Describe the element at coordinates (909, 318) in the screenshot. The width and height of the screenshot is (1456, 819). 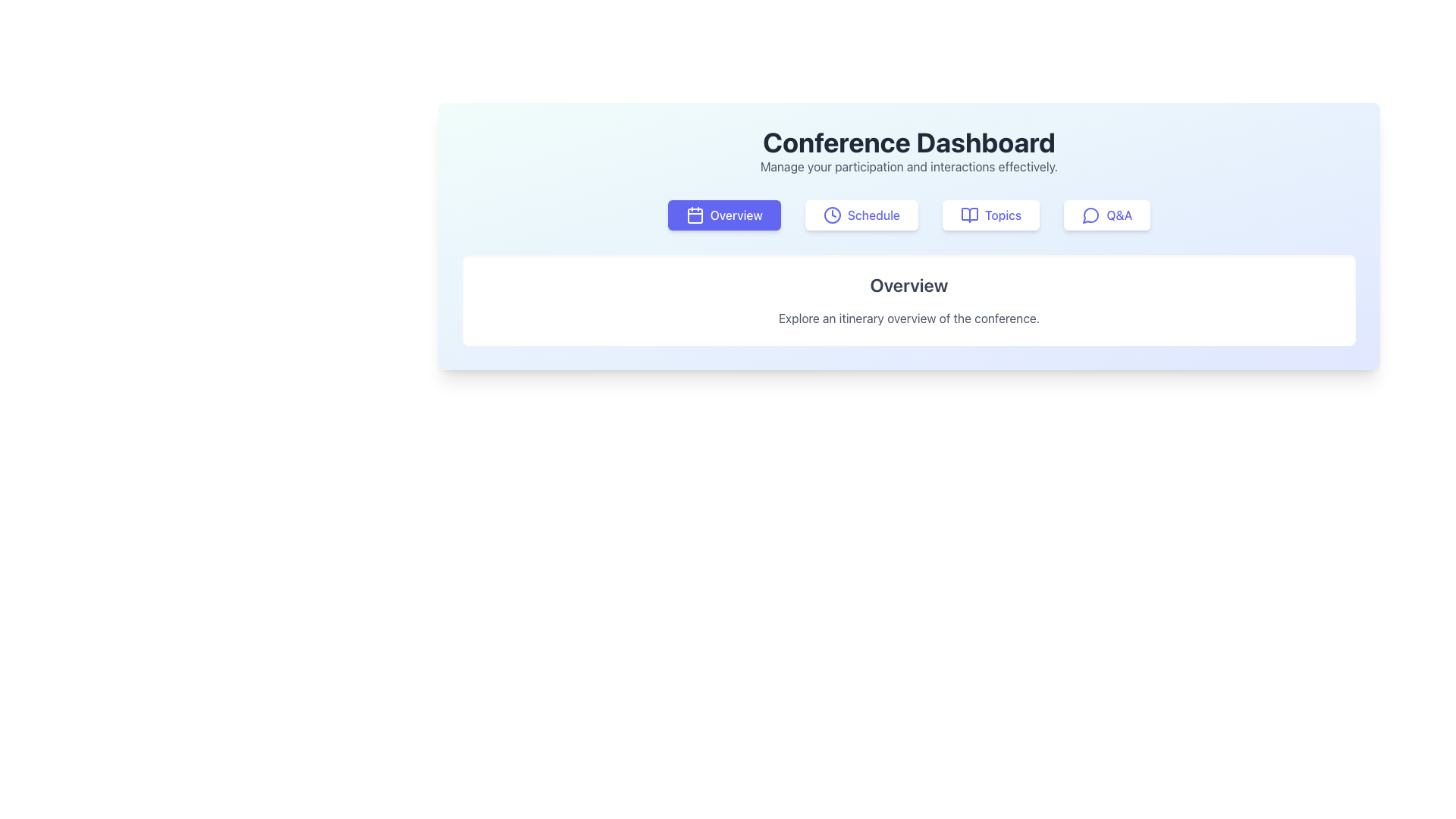
I see `the Text Label displaying 'Explore an itinerary overview of the conference.' which is styled in gray font and positioned below the title 'Overview'` at that location.